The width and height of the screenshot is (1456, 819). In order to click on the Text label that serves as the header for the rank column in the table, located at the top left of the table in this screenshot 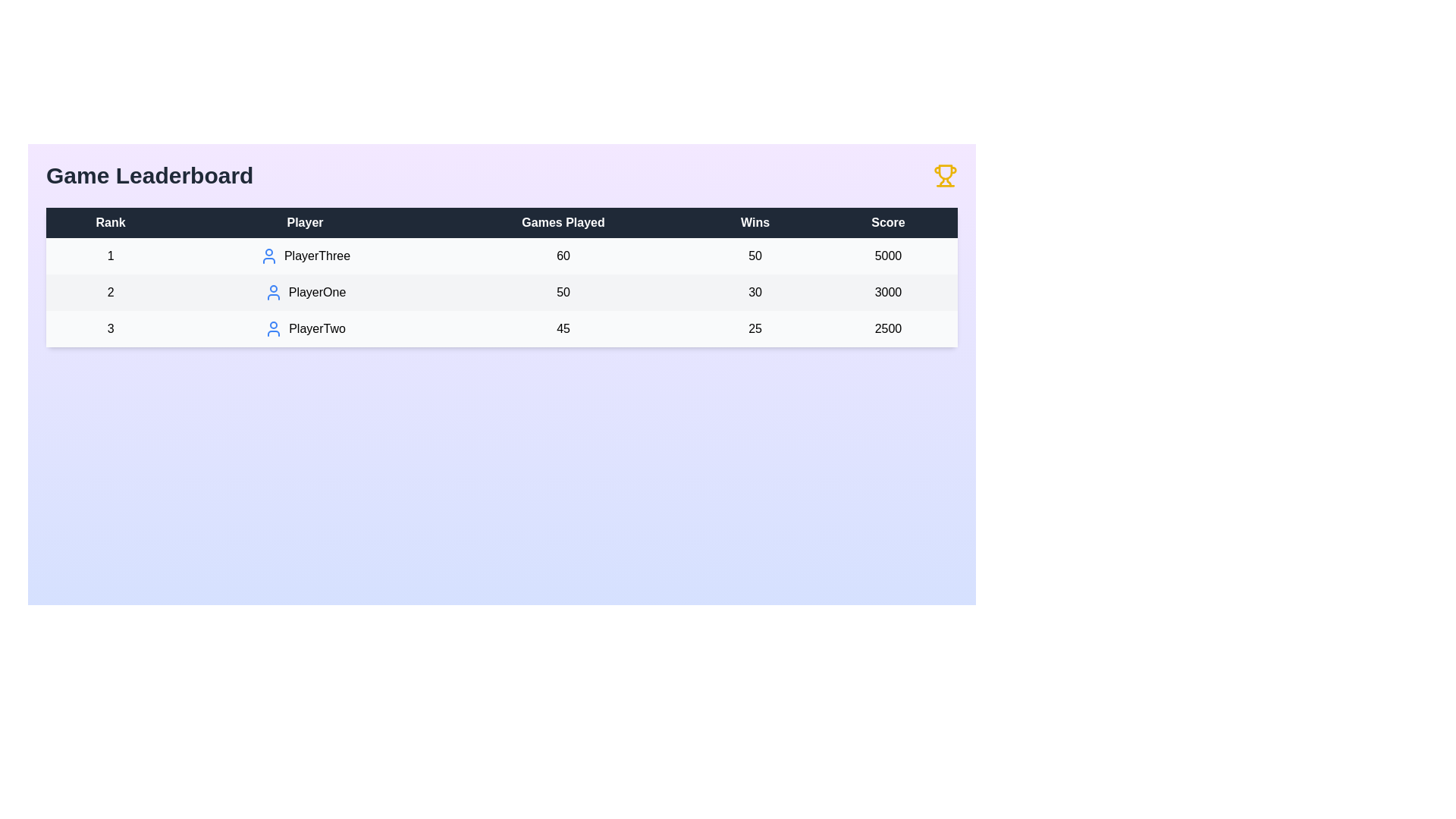, I will do `click(110, 222)`.